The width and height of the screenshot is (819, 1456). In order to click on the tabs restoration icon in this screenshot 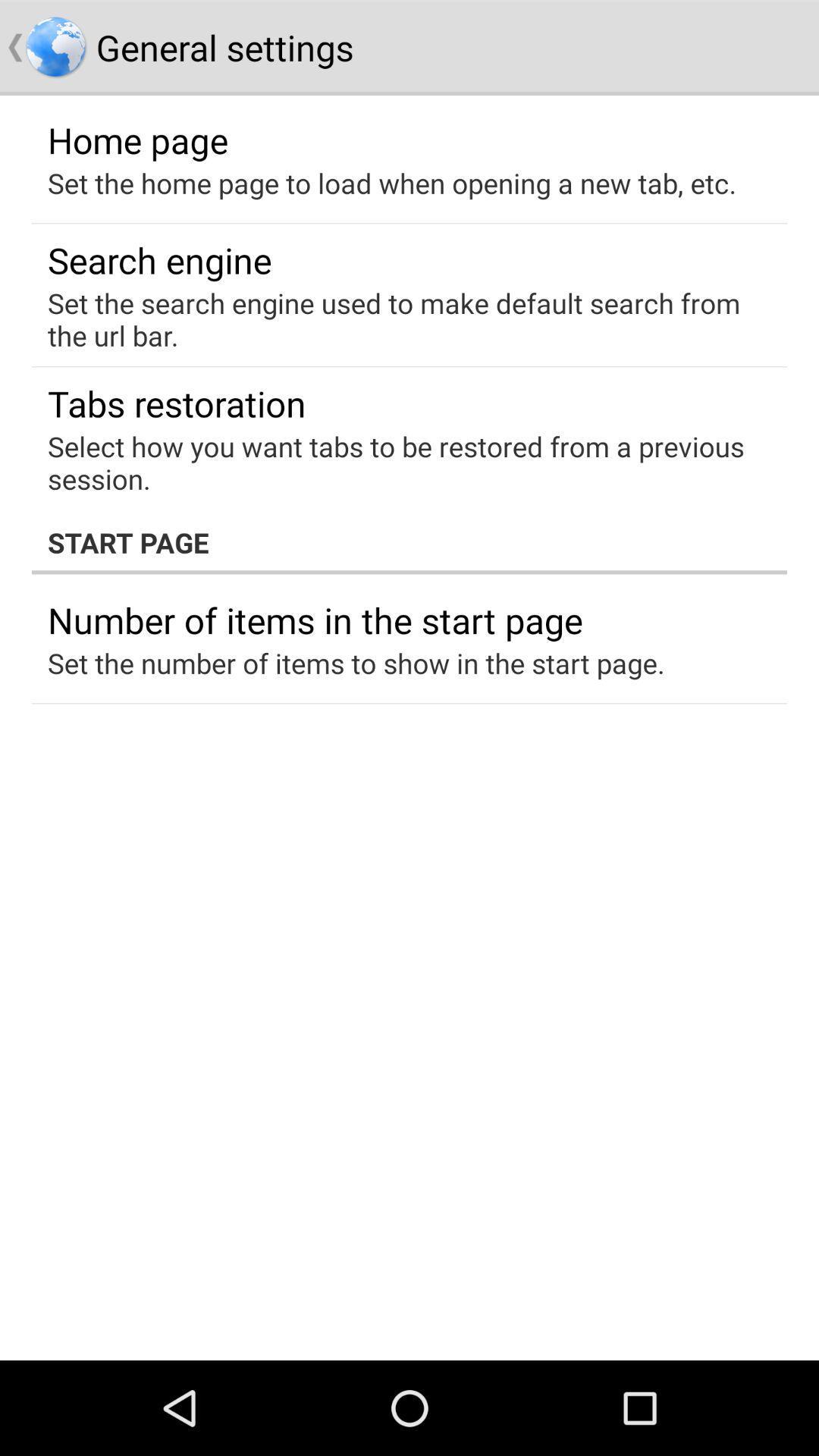, I will do `click(176, 403)`.